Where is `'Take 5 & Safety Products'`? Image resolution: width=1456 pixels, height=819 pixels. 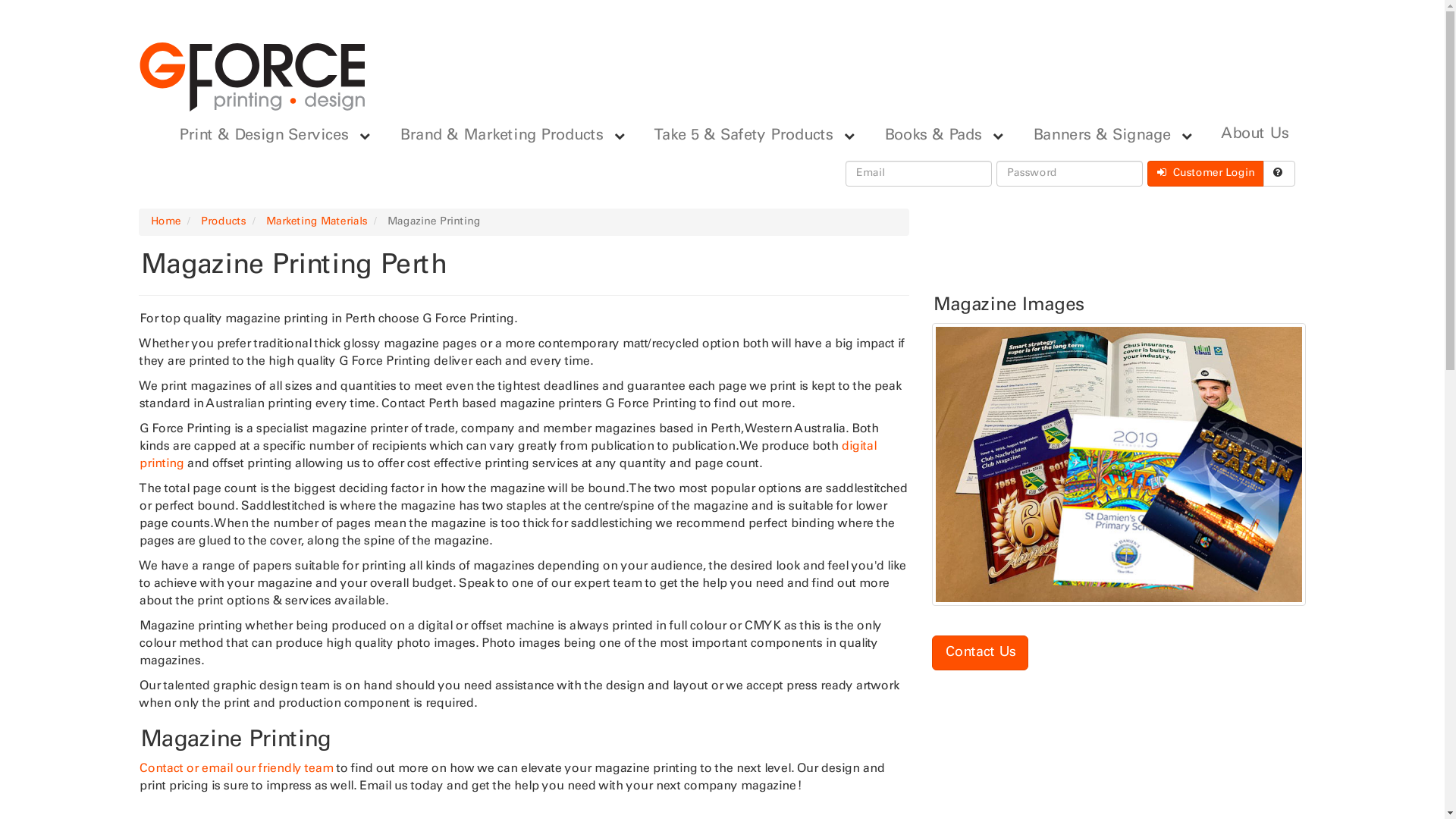 'Take 5 & Safety Products' is located at coordinates (739, 134).